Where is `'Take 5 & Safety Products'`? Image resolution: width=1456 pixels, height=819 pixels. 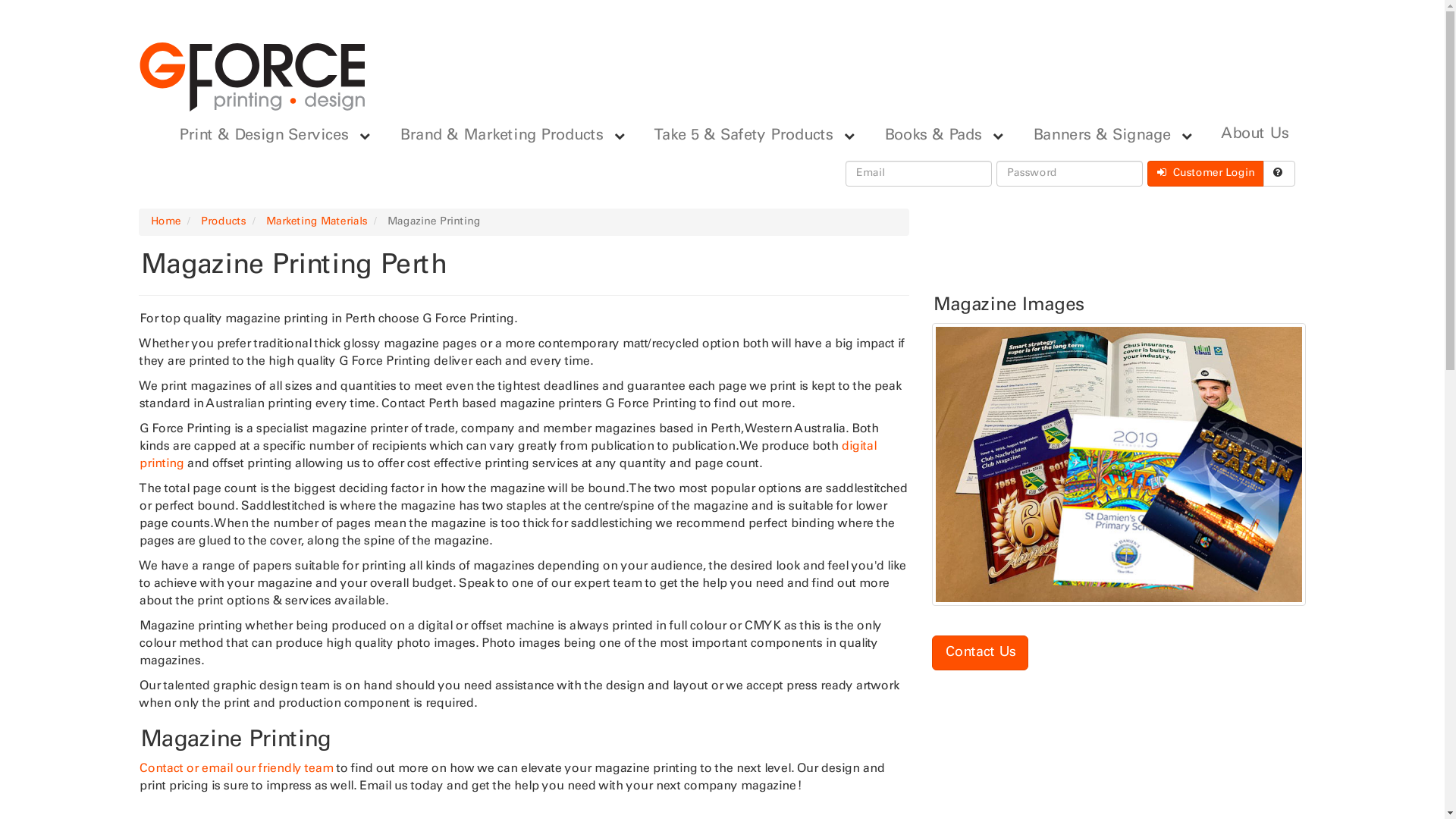 'Take 5 & Safety Products' is located at coordinates (739, 134).